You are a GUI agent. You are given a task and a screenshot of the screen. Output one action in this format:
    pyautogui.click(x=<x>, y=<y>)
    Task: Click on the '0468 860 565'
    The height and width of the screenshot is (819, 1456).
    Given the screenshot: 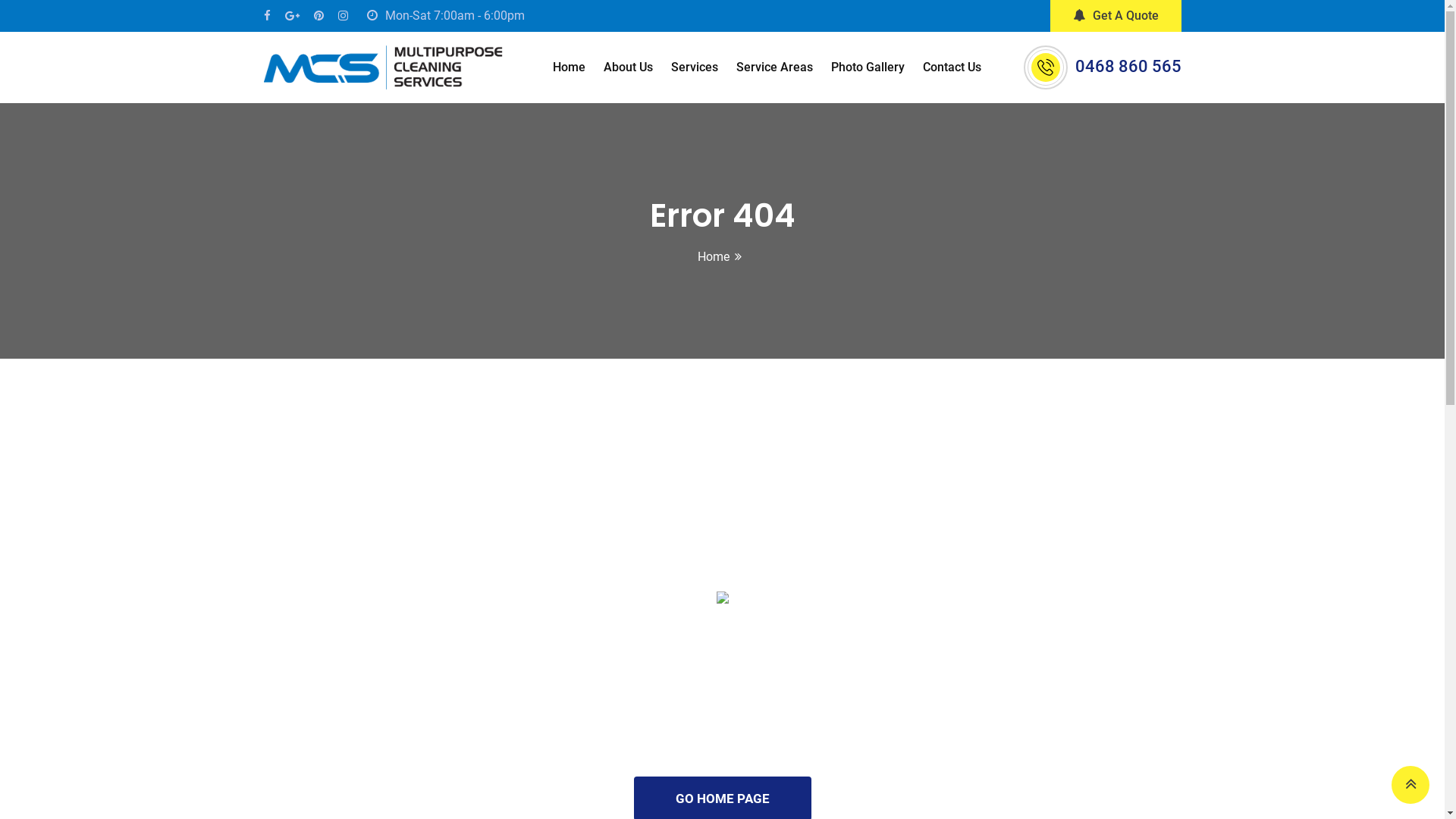 What is the action you would take?
    pyautogui.click(x=1128, y=65)
    